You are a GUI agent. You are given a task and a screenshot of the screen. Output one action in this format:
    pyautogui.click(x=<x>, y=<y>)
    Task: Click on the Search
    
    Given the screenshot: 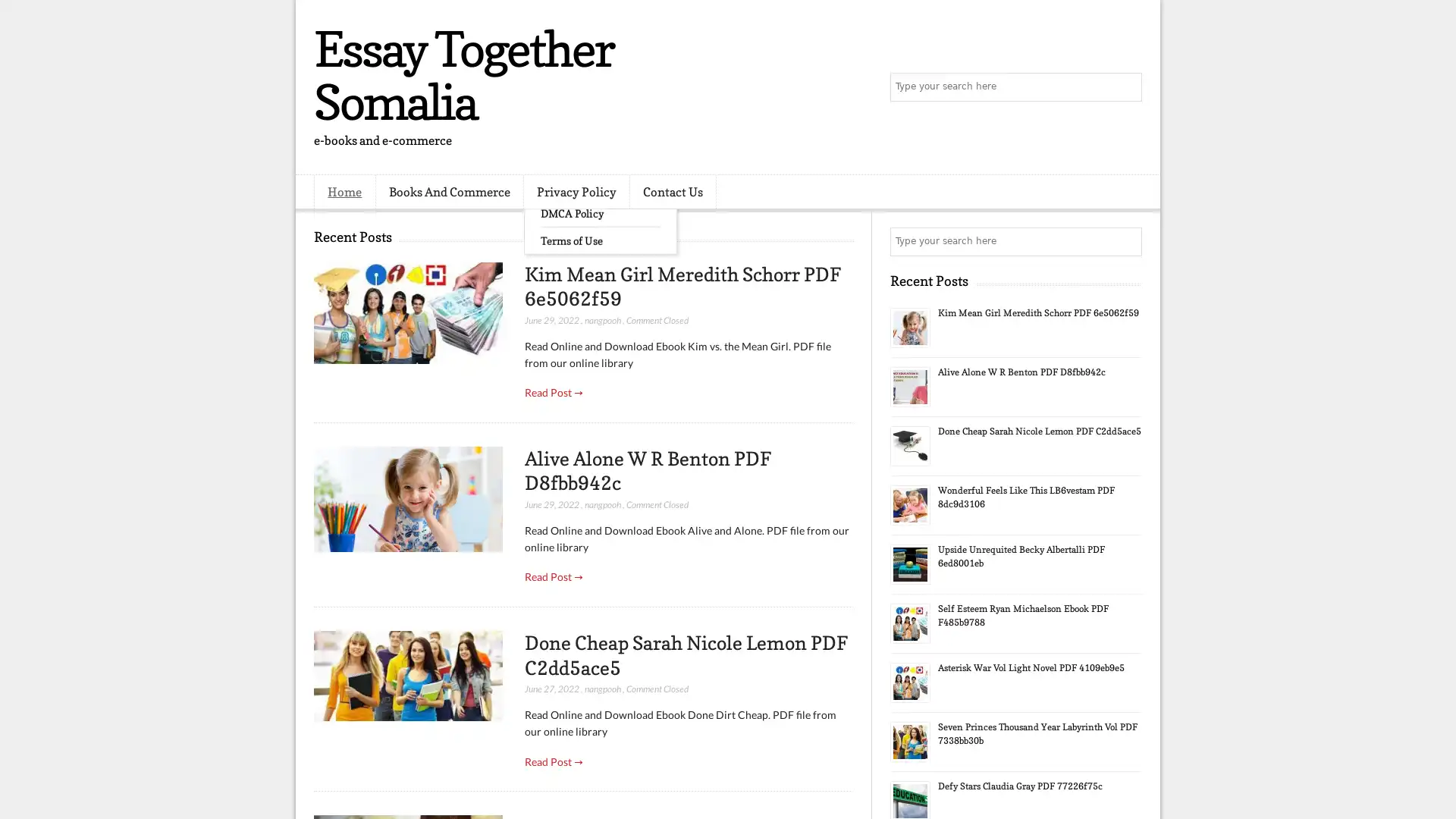 What is the action you would take?
    pyautogui.click(x=1126, y=87)
    